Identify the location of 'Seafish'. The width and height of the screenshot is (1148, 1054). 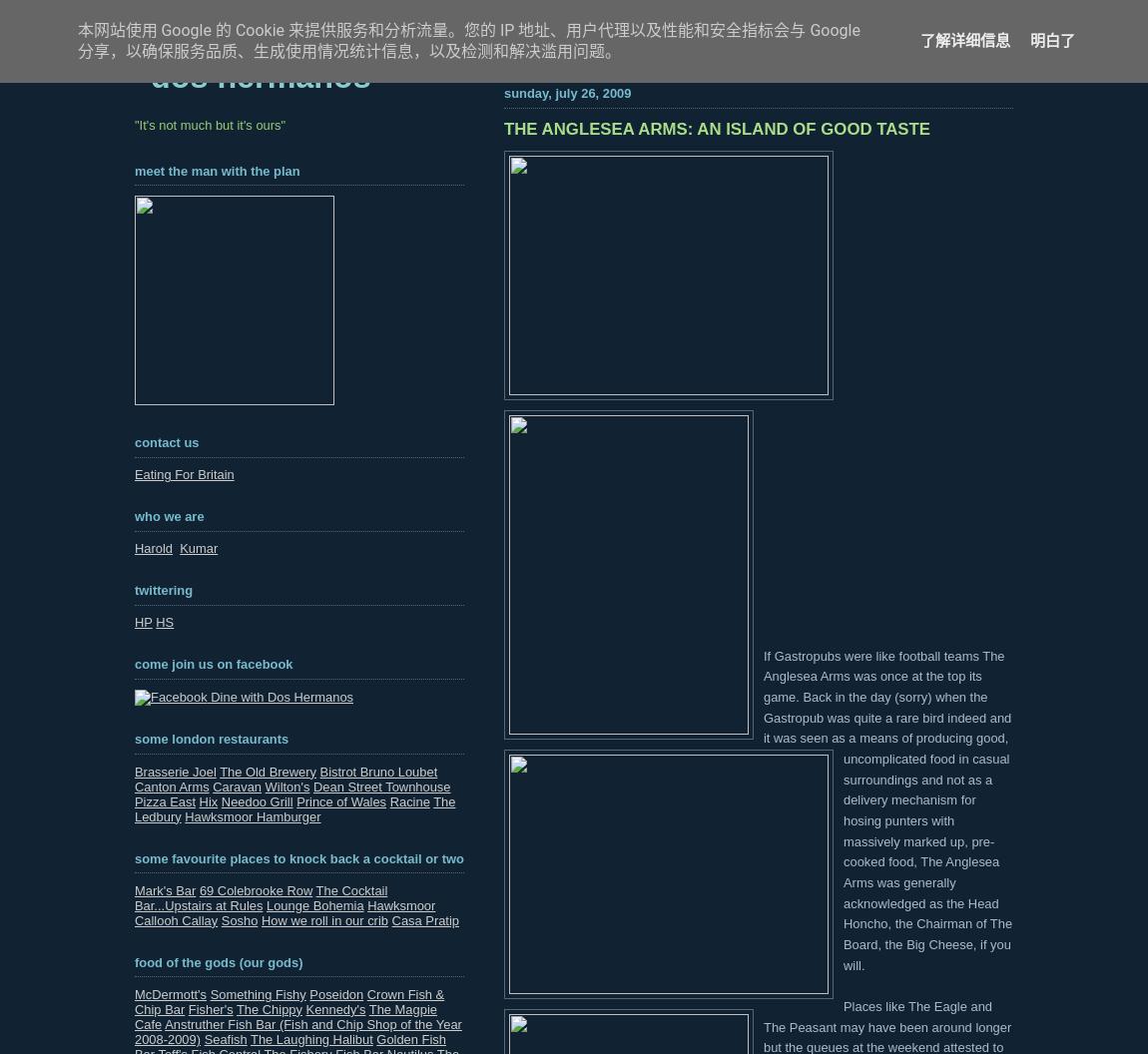
(224, 1037).